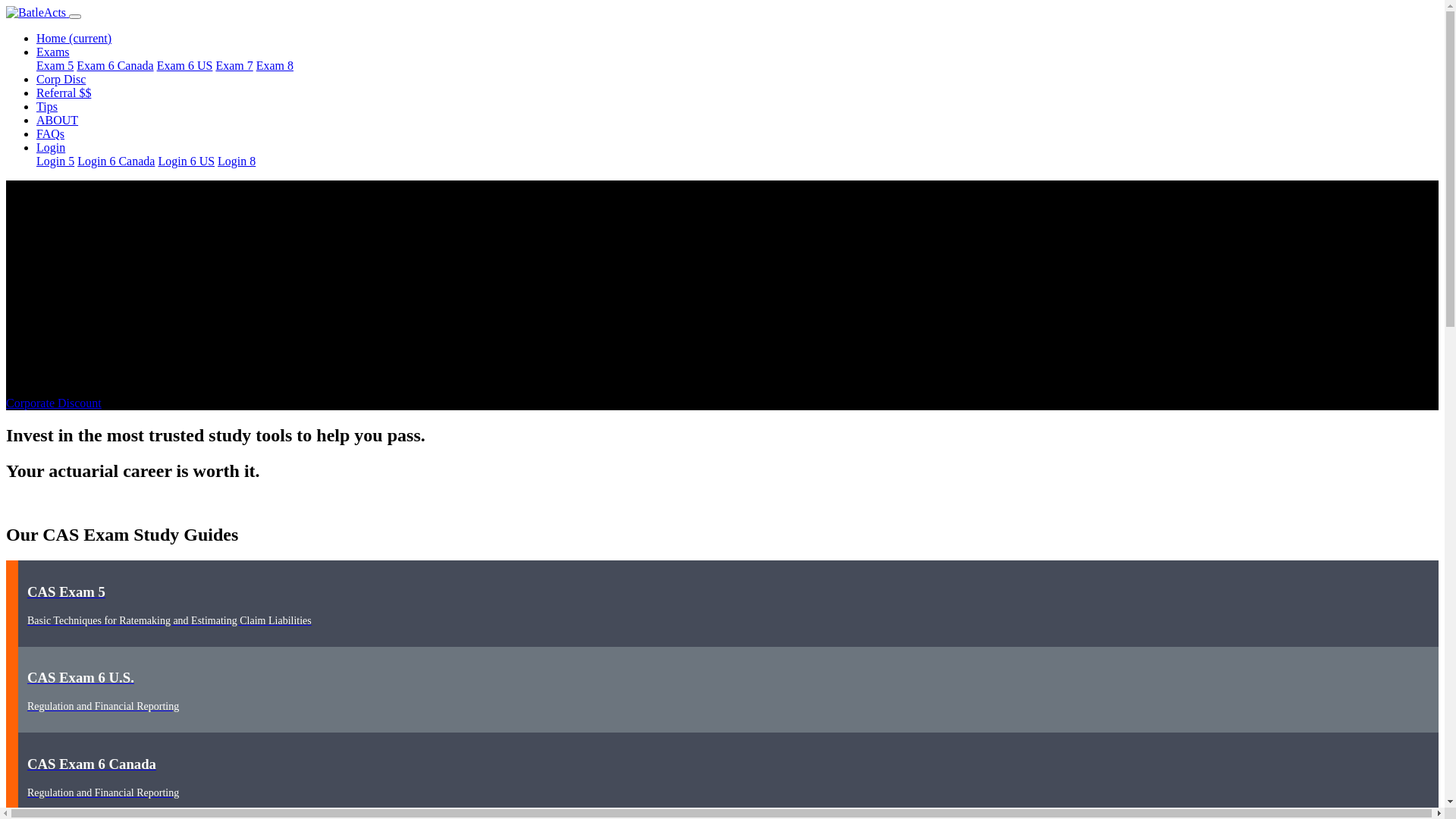 Image resolution: width=1456 pixels, height=819 pixels. What do you see at coordinates (36, 119) in the screenshot?
I see `'ABOUT'` at bounding box center [36, 119].